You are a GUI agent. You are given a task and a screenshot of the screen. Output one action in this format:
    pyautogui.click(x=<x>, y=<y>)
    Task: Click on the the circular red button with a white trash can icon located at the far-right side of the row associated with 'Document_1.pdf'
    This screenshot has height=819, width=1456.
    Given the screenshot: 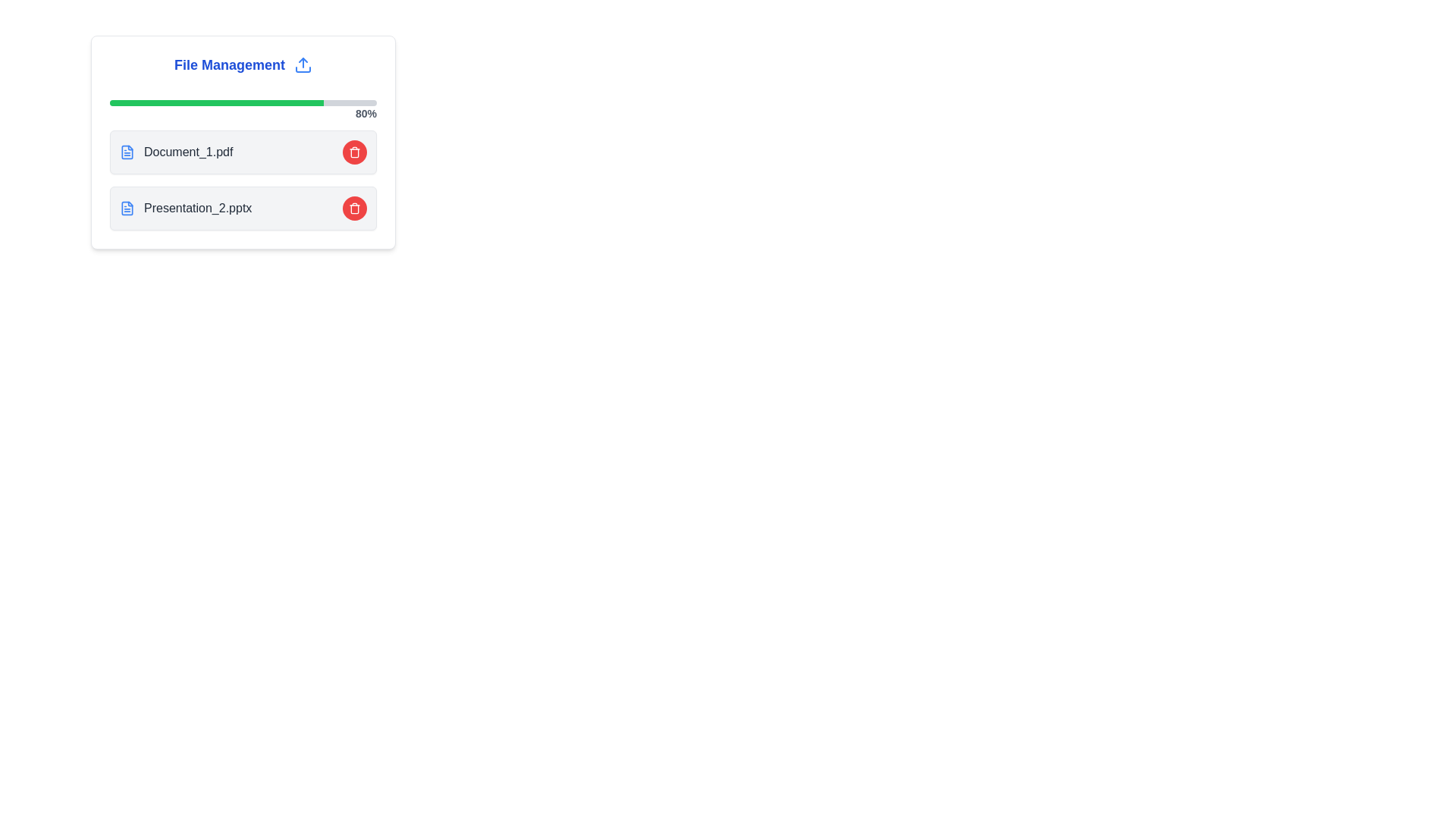 What is the action you would take?
    pyautogui.click(x=353, y=152)
    